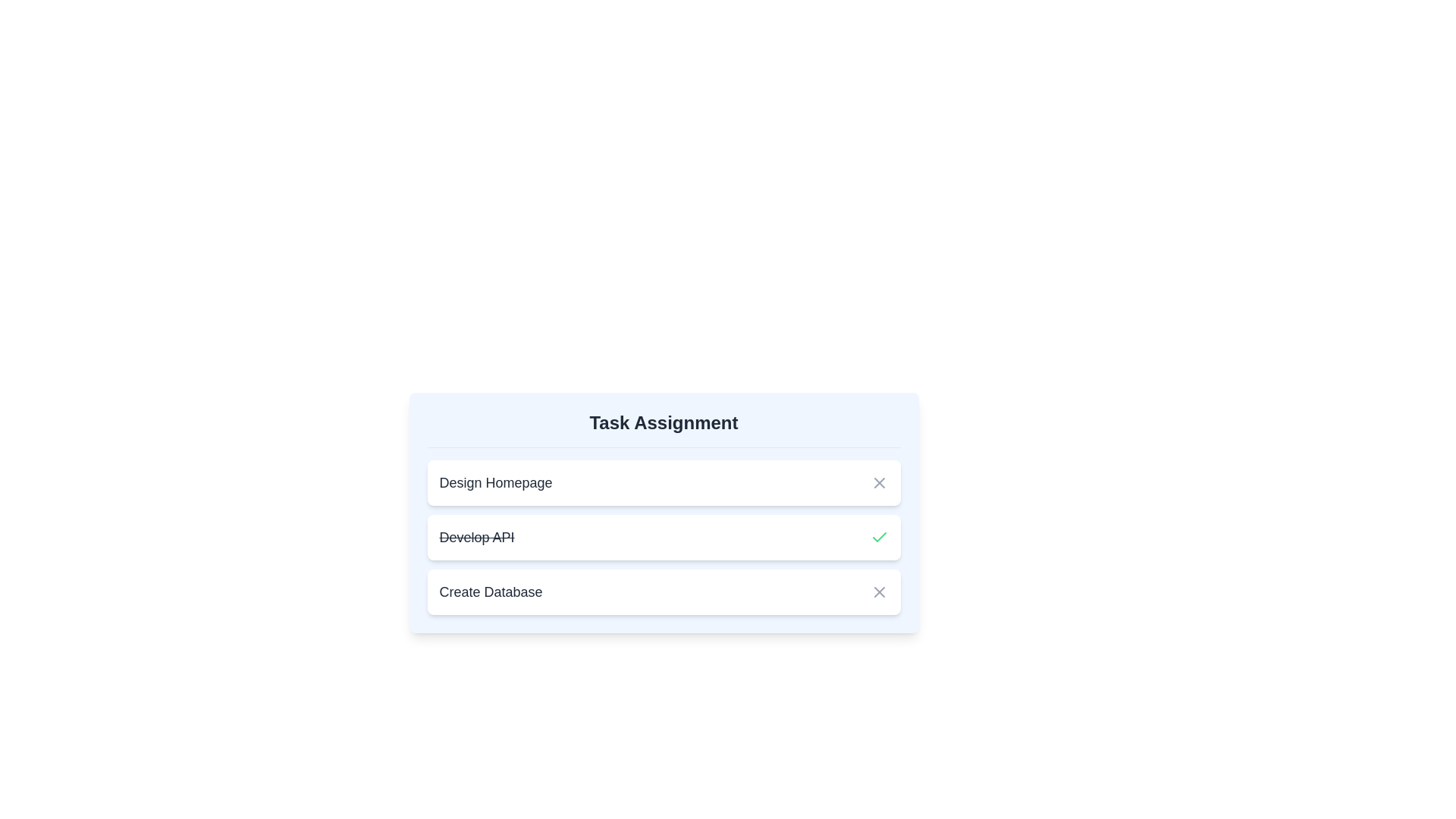  What do you see at coordinates (879, 591) in the screenshot?
I see `the diagonal cross (X) icon located at the far right of the bottommost task row in the graphical interface` at bounding box center [879, 591].